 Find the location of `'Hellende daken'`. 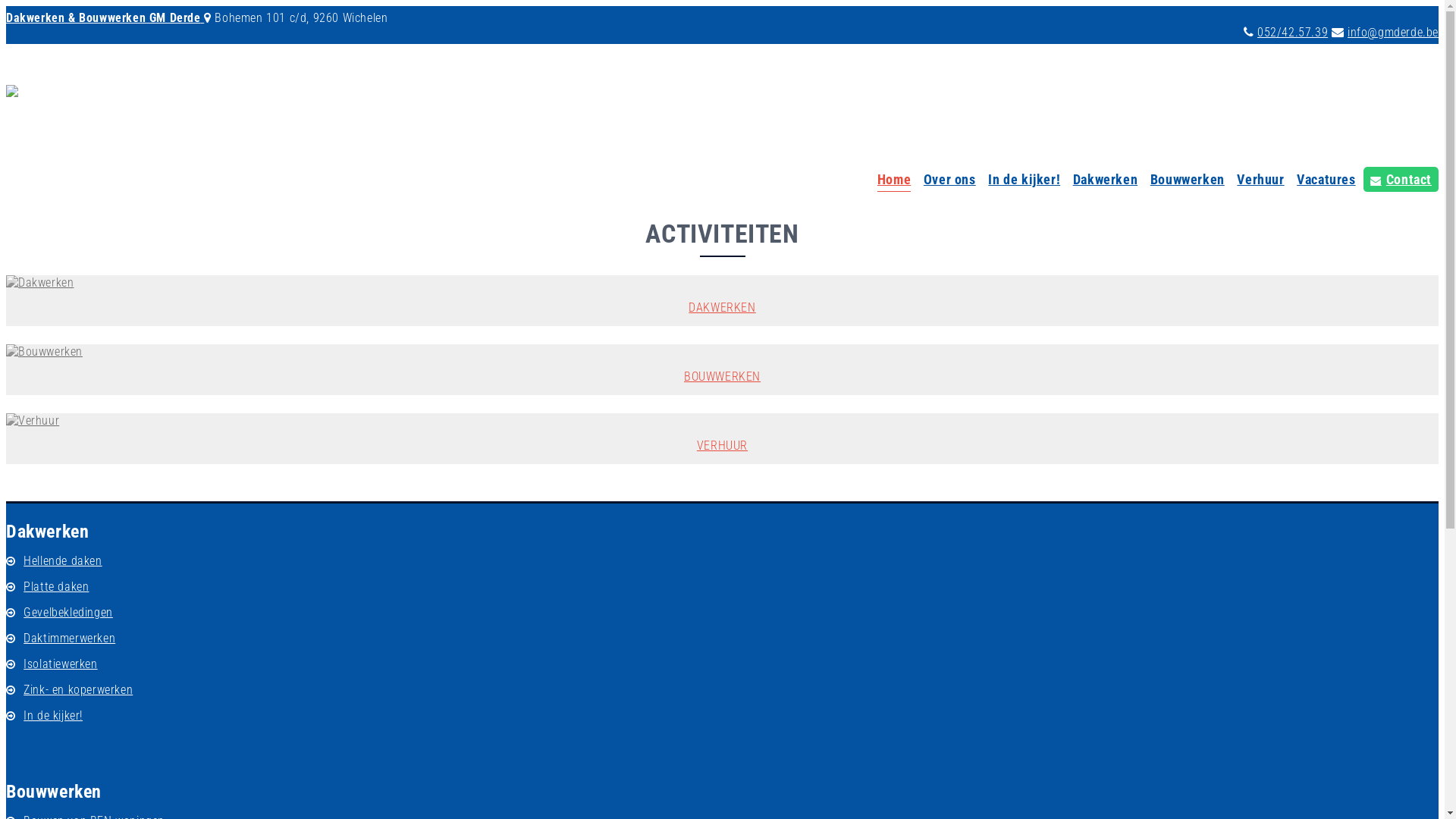

'Hellende daken' is located at coordinates (61, 560).